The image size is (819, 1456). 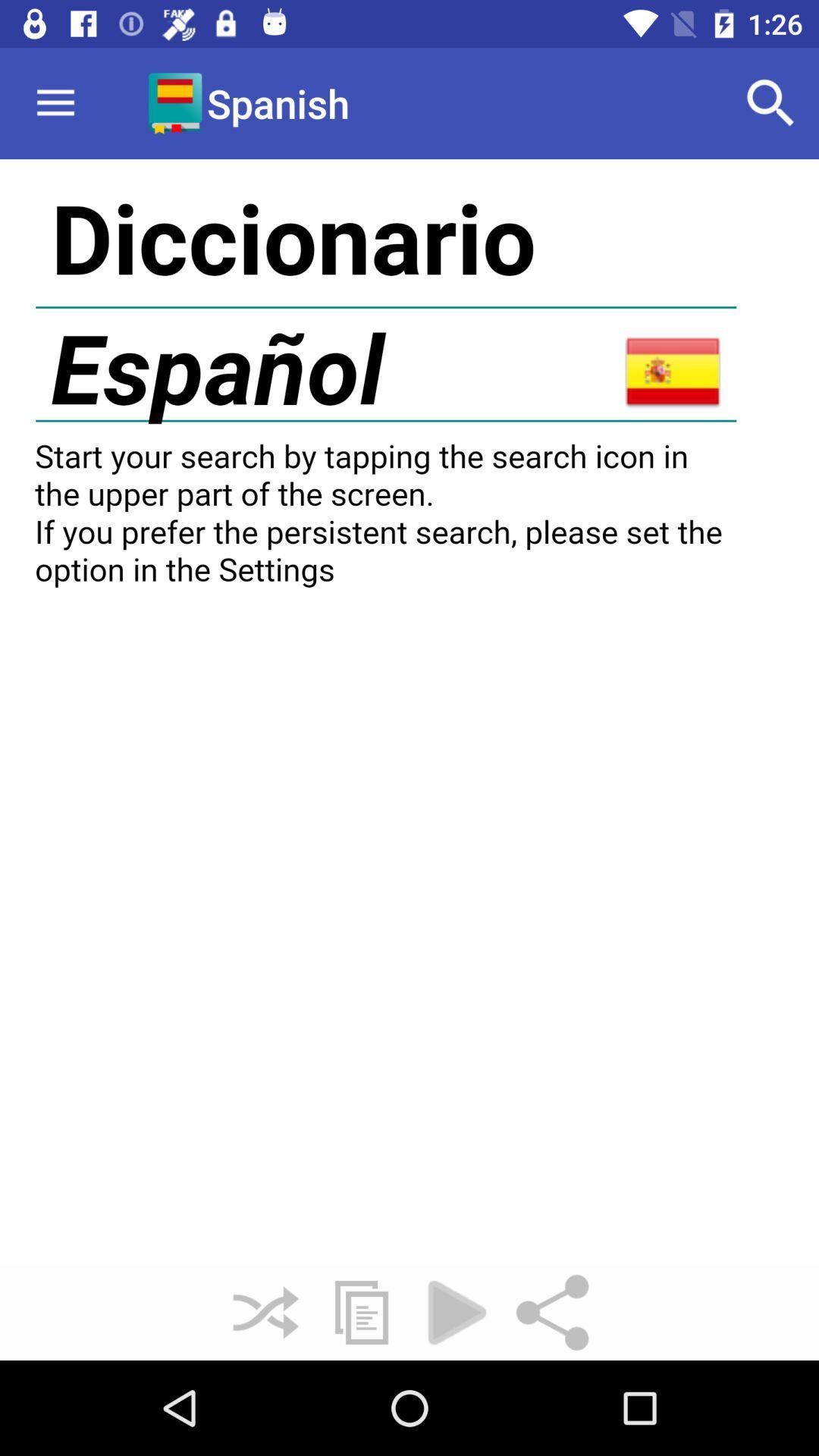 What do you see at coordinates (456, 1312) in the screenshot?
I see `the play icon` at bounding box center [456, 1312].